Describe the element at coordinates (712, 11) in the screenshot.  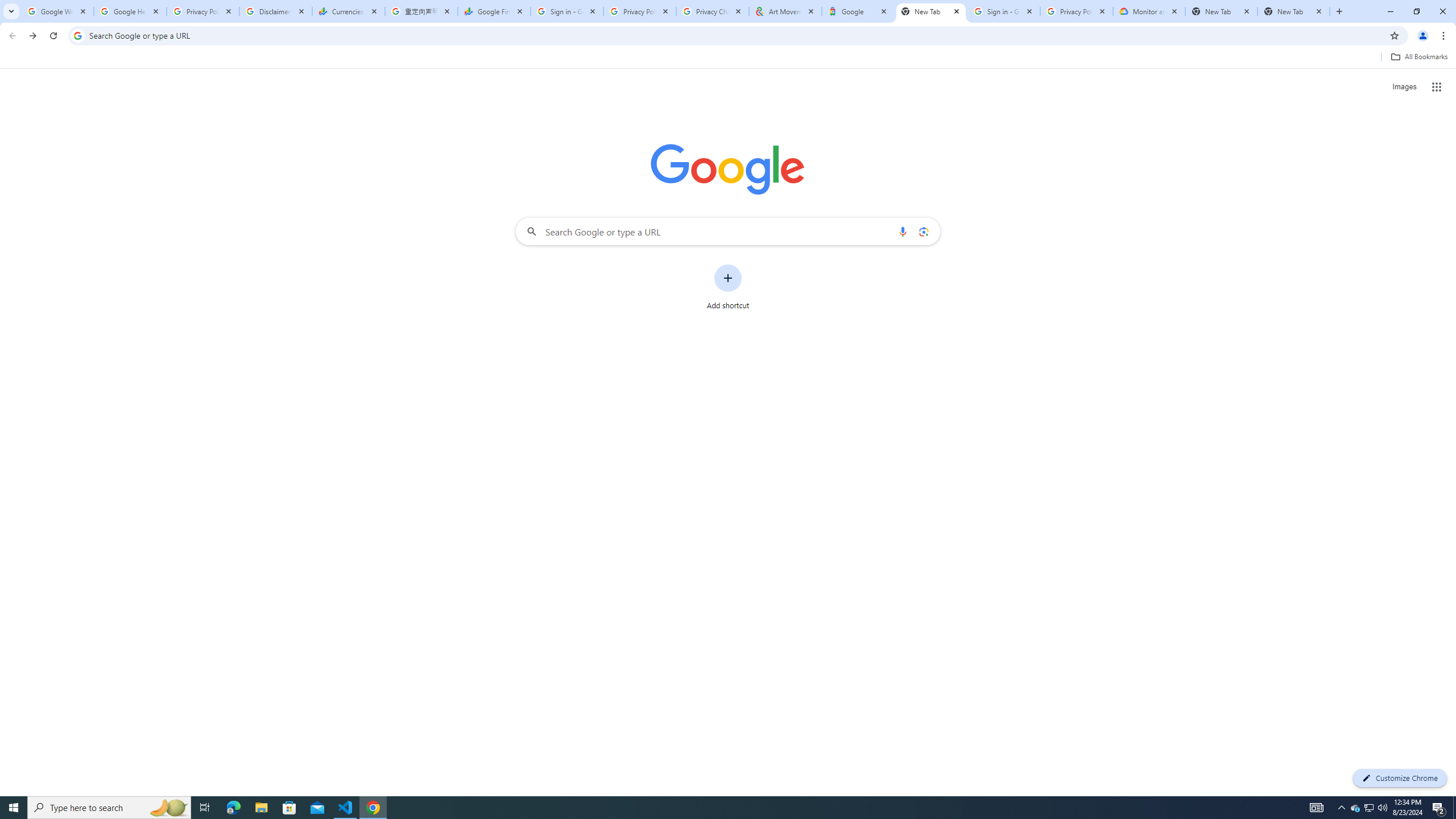
I see `'Privacy Checkup'` at that location.